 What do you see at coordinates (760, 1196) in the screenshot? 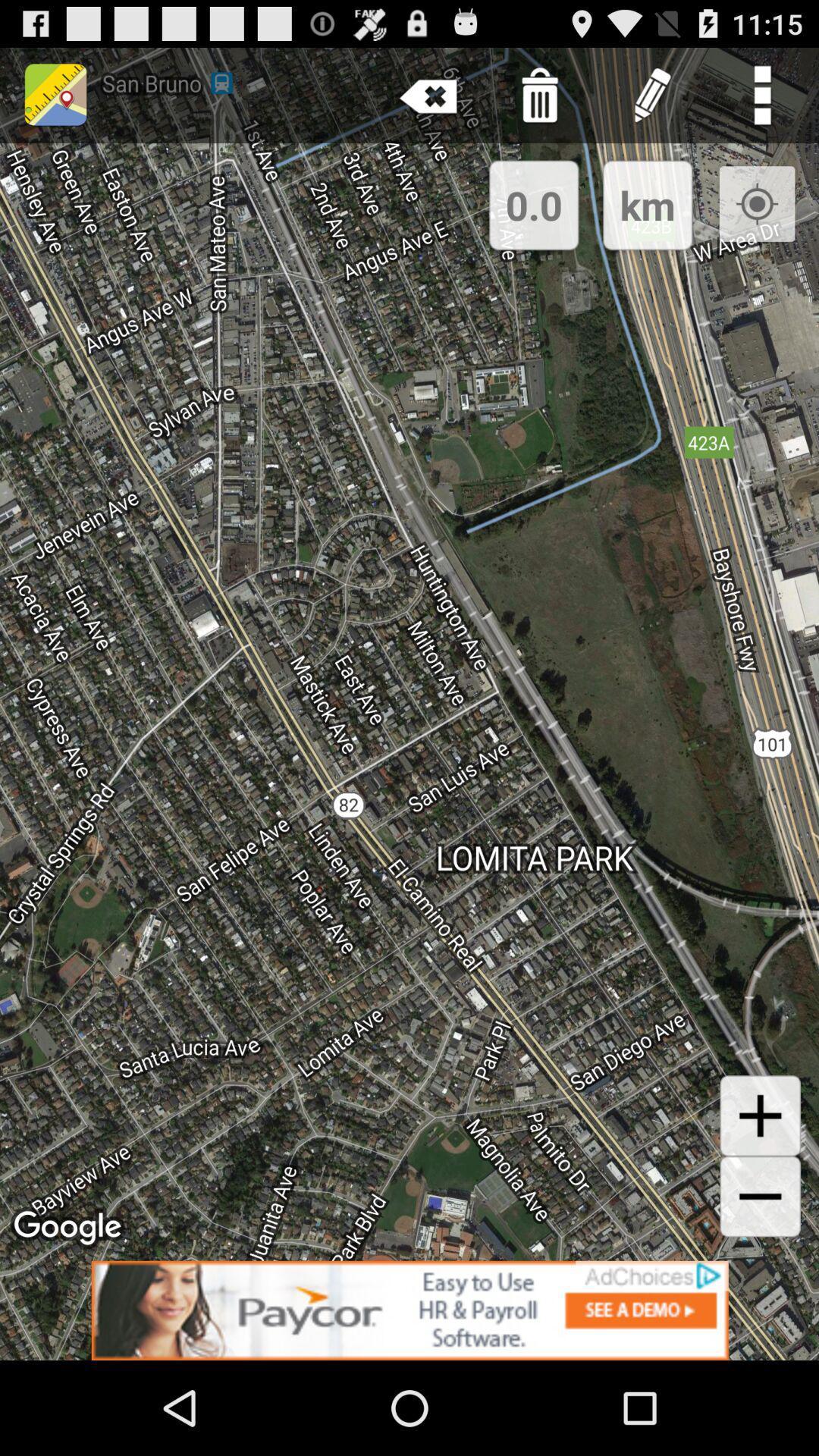
I see `minus option` at bounding box center [760, 1196].